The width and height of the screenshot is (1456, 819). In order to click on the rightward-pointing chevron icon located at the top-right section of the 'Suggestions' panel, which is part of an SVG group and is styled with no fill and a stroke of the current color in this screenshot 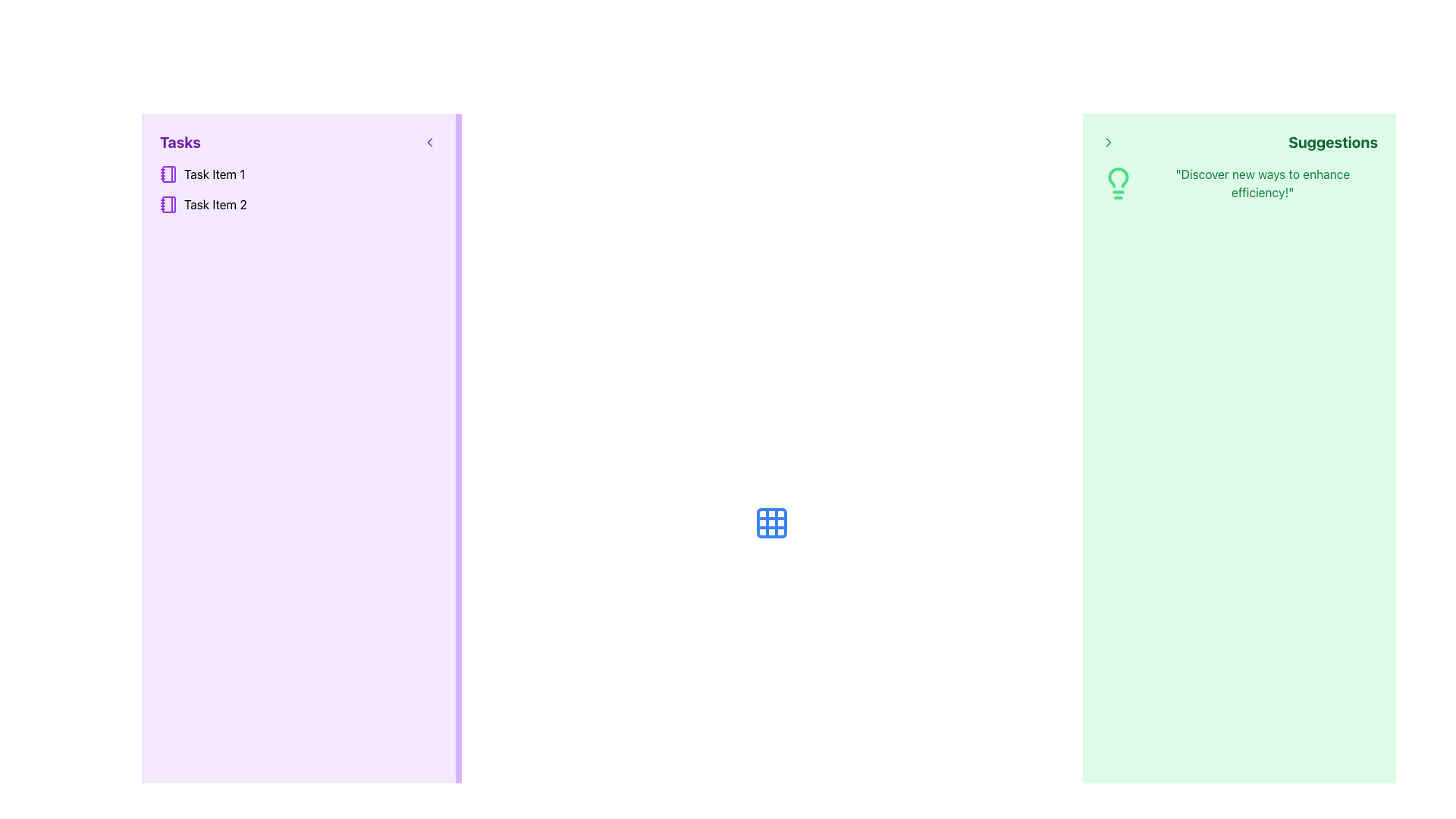, I will do `click(1108, 143)`.